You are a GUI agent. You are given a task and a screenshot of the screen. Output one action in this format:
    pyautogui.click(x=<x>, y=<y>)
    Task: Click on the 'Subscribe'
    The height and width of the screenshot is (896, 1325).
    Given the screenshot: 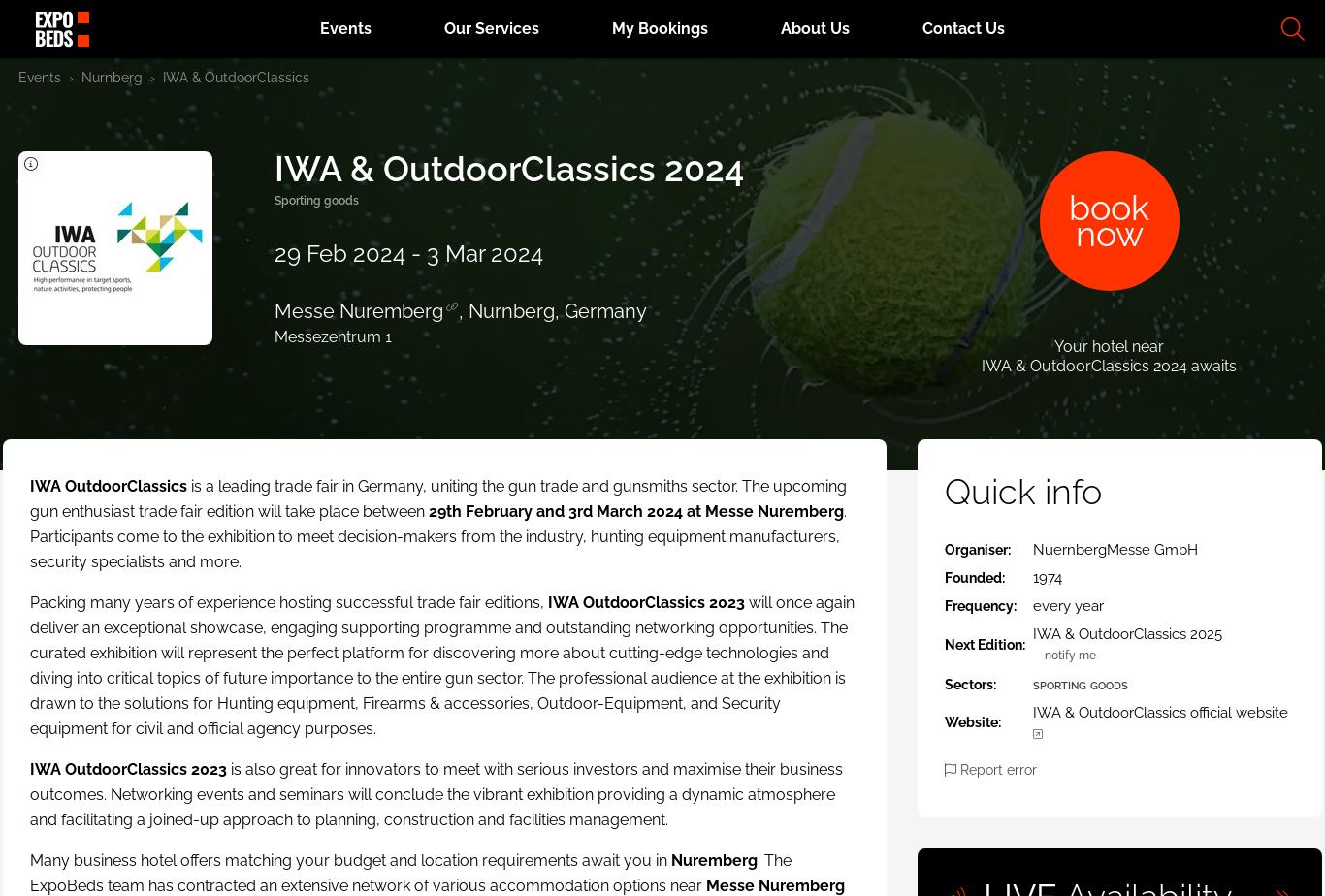 What is the action you would take?
    pyautogui.click(x=704, y=703)
    